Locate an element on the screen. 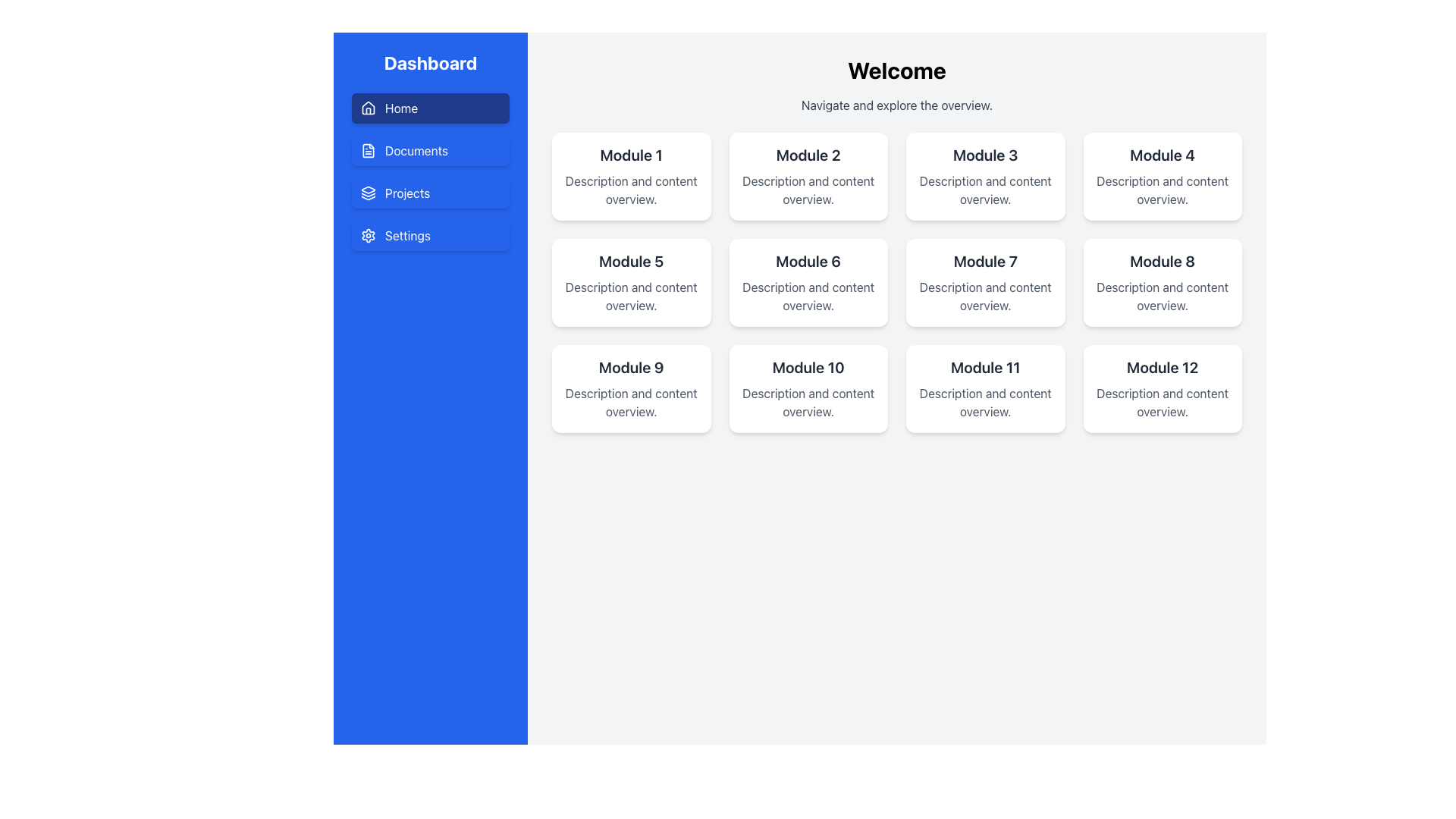 Image resolution: width=1456 pixels, height=819 pixels. the 'Module 9' text label, which is styled with a larger font size, bold weight, and dark gray color, located in the third row and first column of the grid layout is located at coordinates (631, 368).